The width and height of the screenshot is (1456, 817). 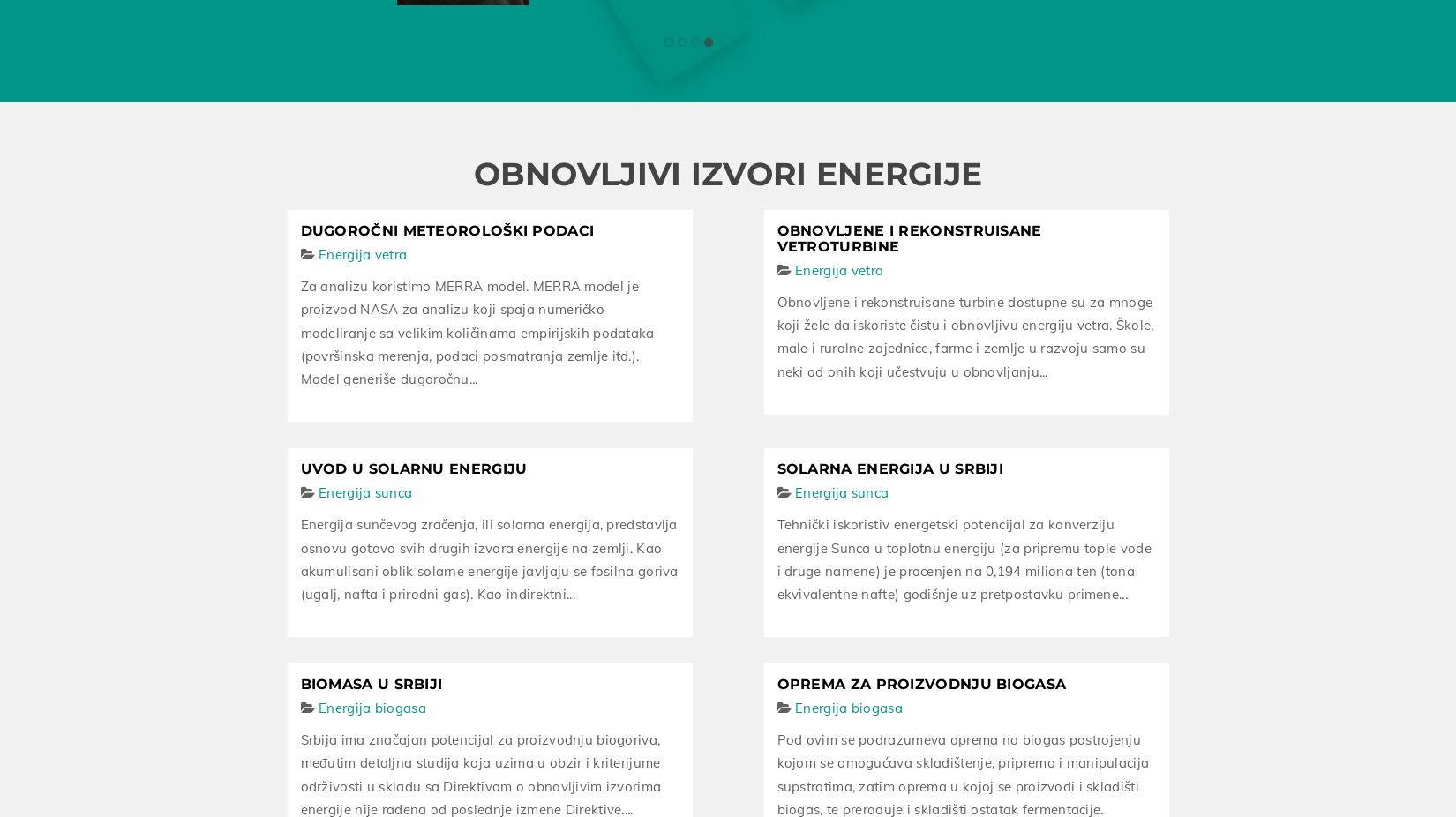 I want to click on 'Obnovljene i rekonstruisane turbine dostupne su za mnoge koji žele da iskoriste čistu i obnovljivu energiju vetra. Škole, male i ruralne zajednice, farme i zemlje u razvoju samo su neki od onih koji učestvuju u obnavljanju...', so click(x=964, y=333).